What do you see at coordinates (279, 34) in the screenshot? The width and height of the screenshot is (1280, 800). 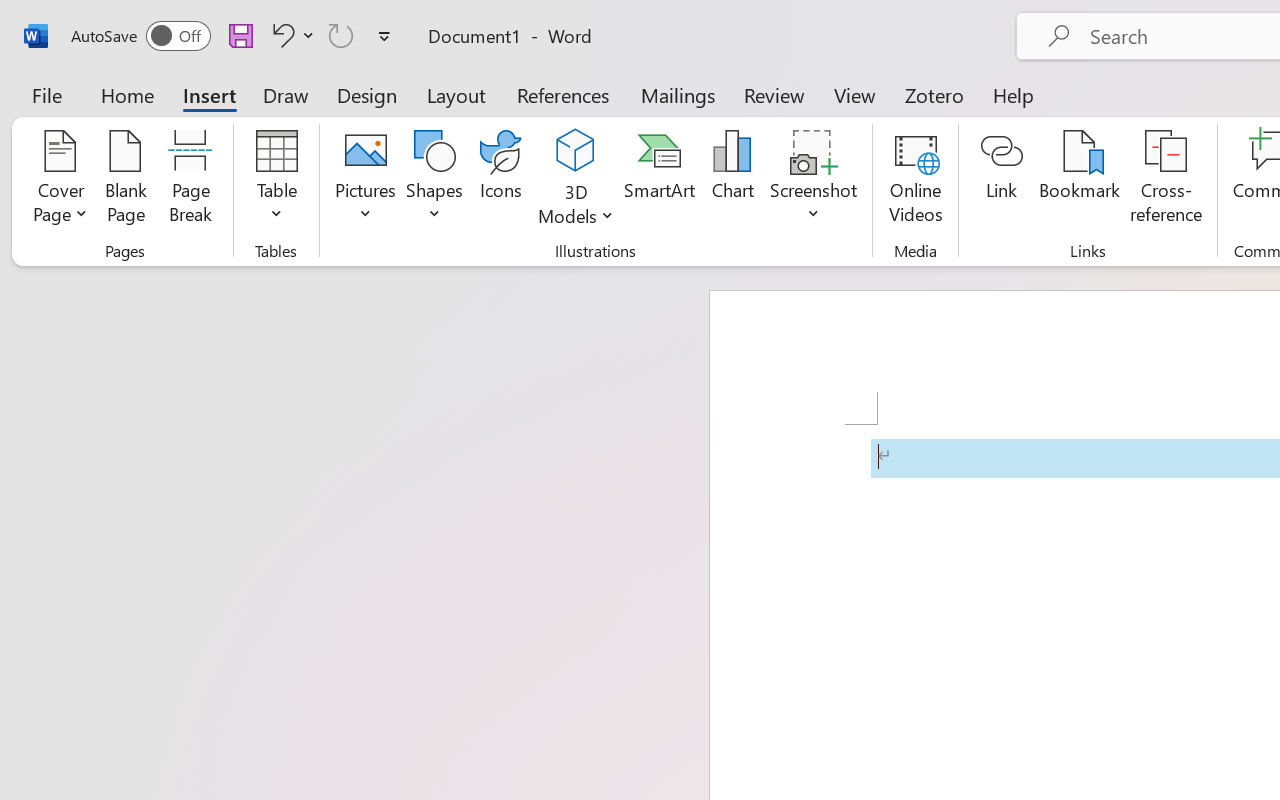 I see `'Undo Apply Quick Style'` at bounding box center [279, 34].